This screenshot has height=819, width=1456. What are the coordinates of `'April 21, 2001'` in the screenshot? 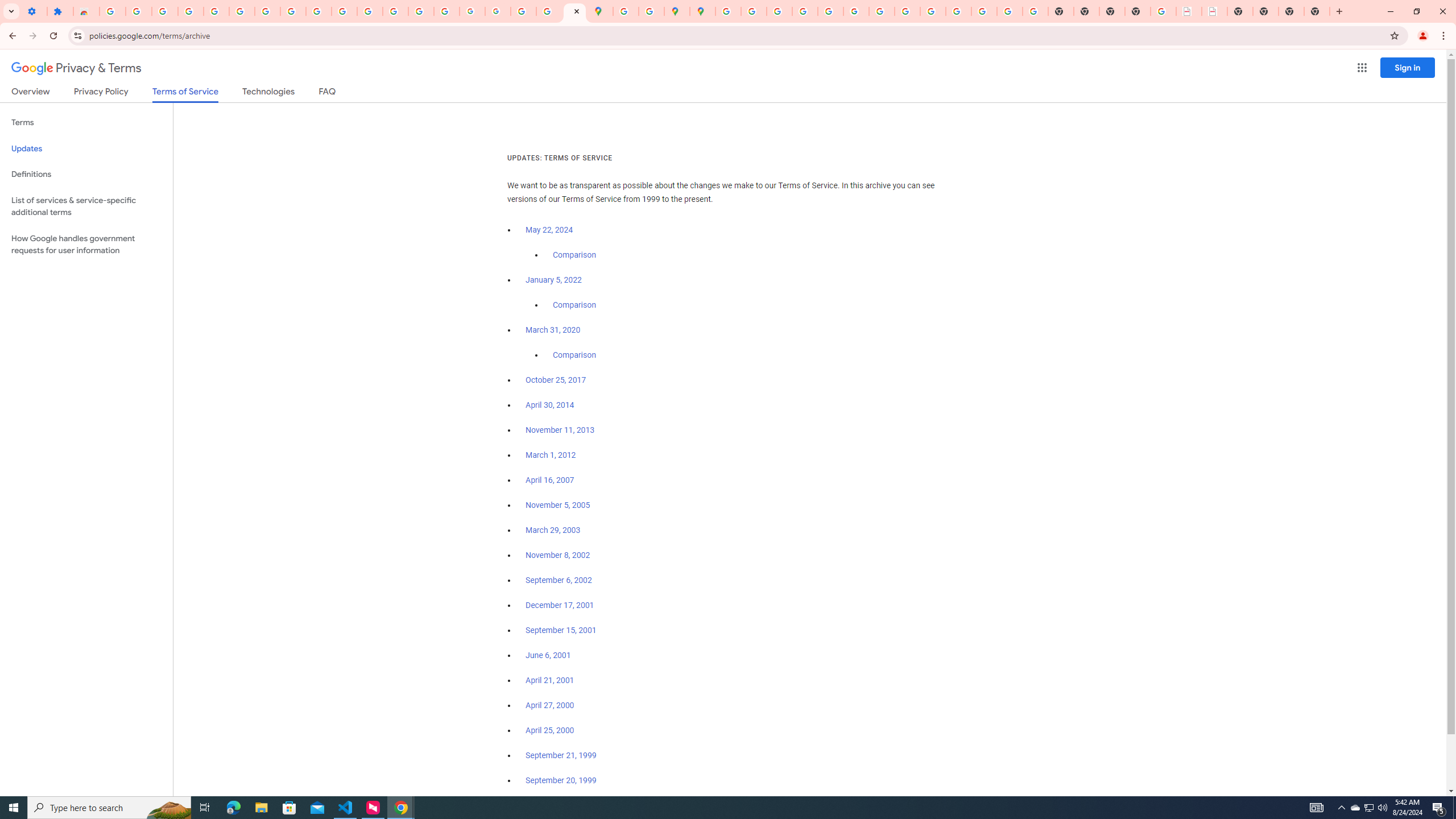 It's located at (549, 679).